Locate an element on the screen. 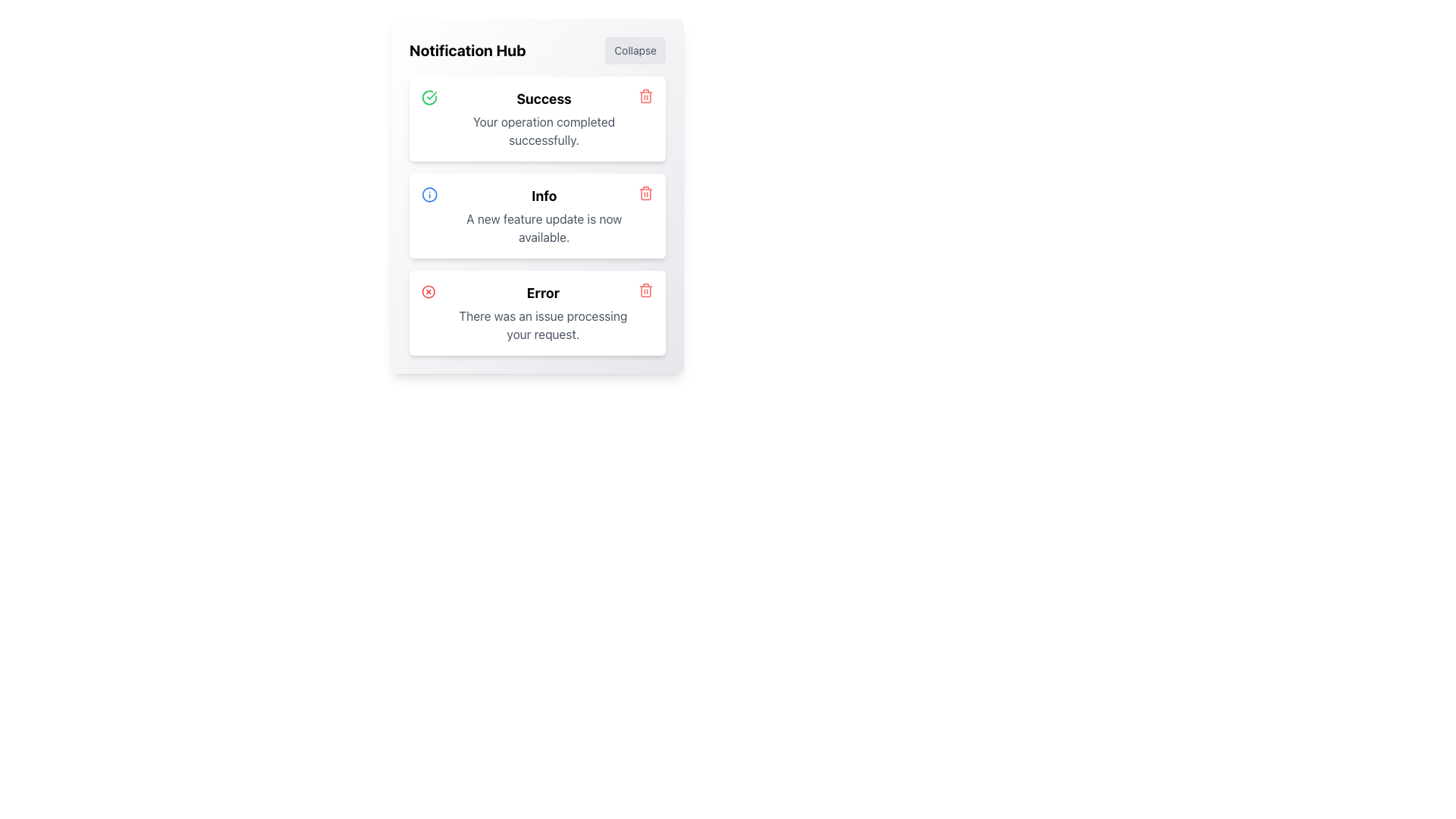 This screenshot has width=1456, height=819. the bold, large-sized 'Success' text label at the top of the Notification Hub is located at coordinates (544, 99).